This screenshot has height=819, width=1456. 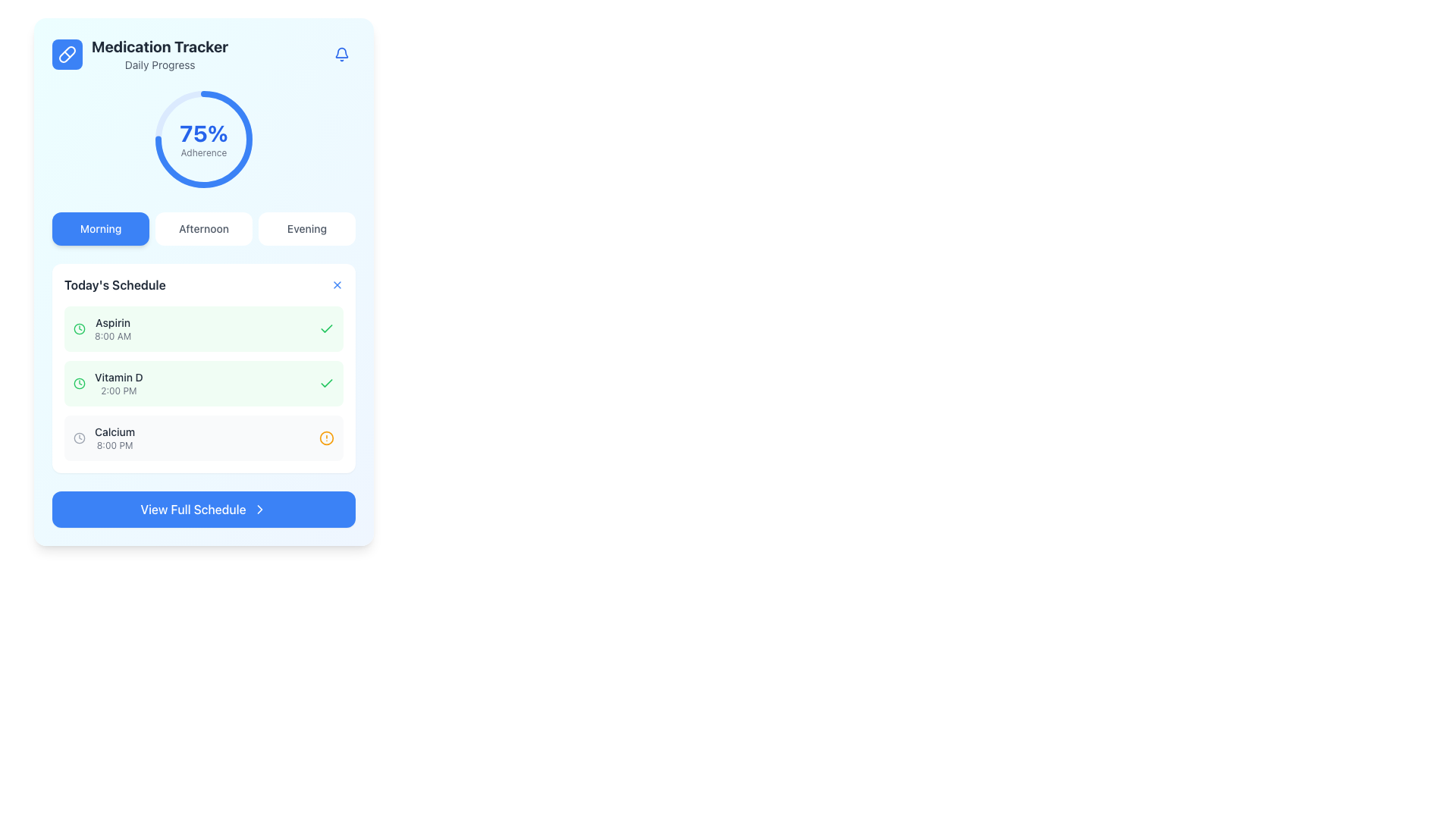 What do you see at coordinates (202, 132) in the screenshot?
I see `percentage value displayed in the Text Label located centrally within the circular graphical component above the word 'Adherence' in the 'Medication Tracker' section` at bounding box center [202, 132].